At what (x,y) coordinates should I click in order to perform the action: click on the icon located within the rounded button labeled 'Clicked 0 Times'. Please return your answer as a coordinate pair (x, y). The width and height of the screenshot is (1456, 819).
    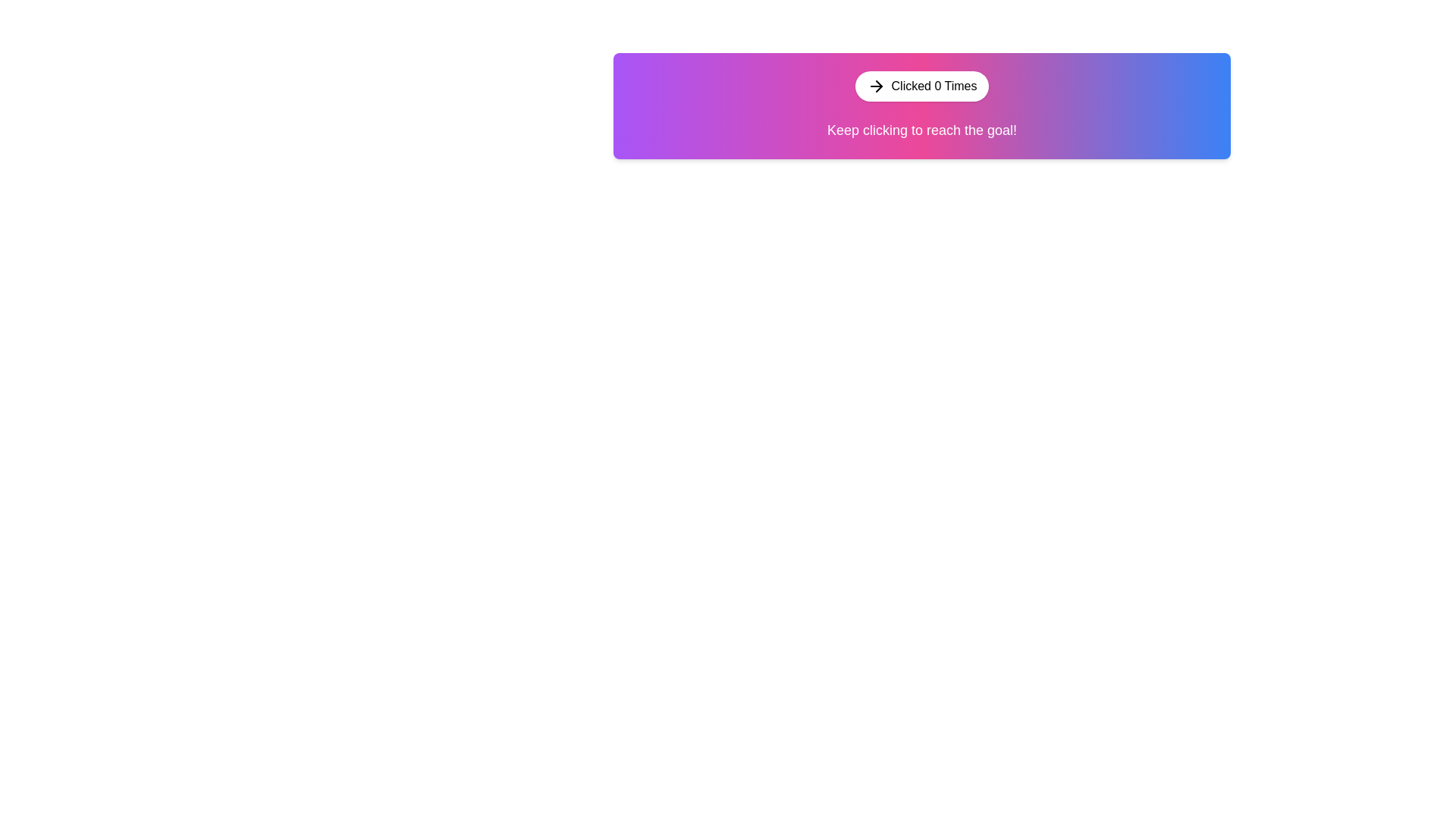
    Looking at the image, I should click on (876, 86).